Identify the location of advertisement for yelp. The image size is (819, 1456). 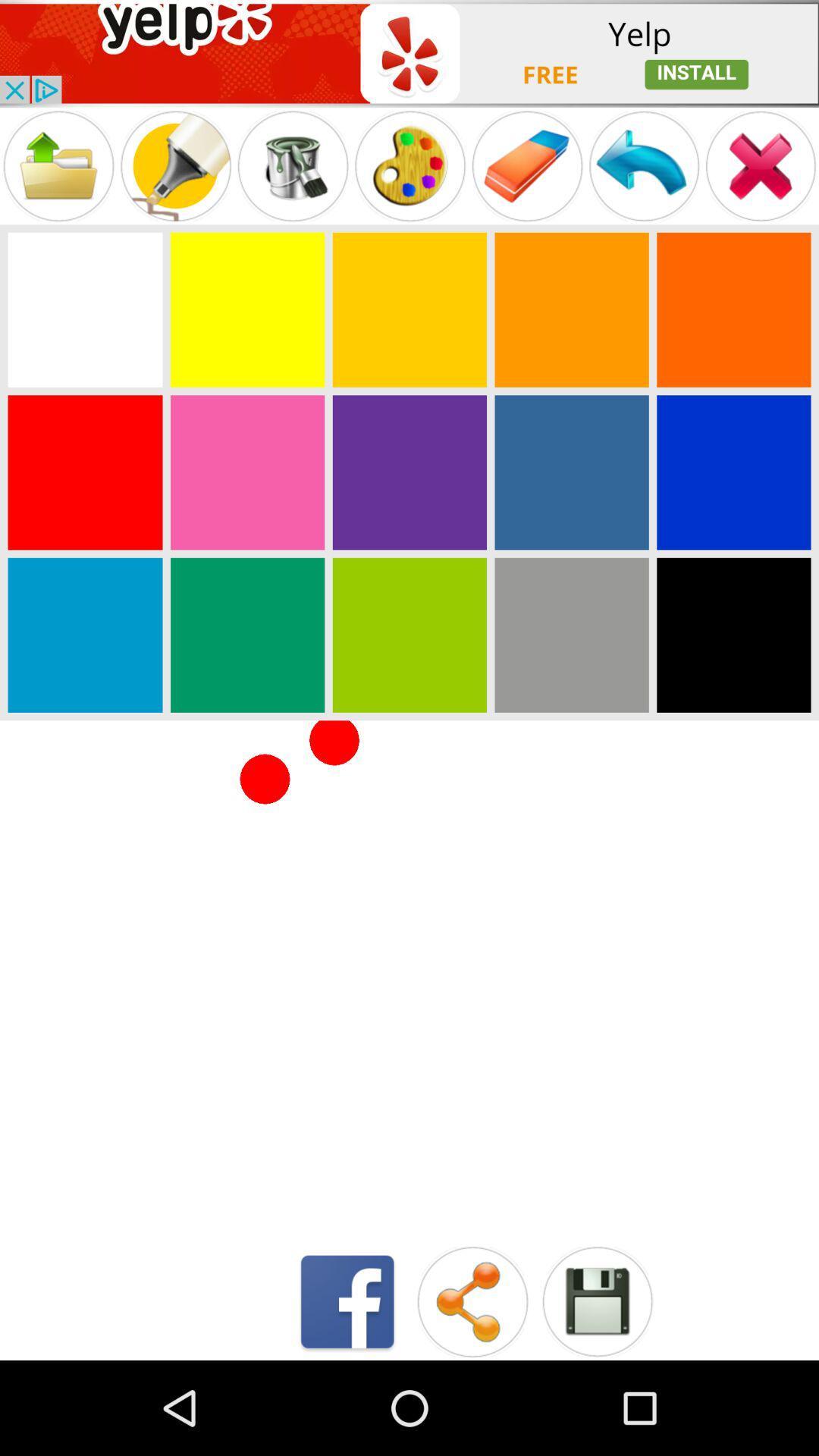
(409, 53).